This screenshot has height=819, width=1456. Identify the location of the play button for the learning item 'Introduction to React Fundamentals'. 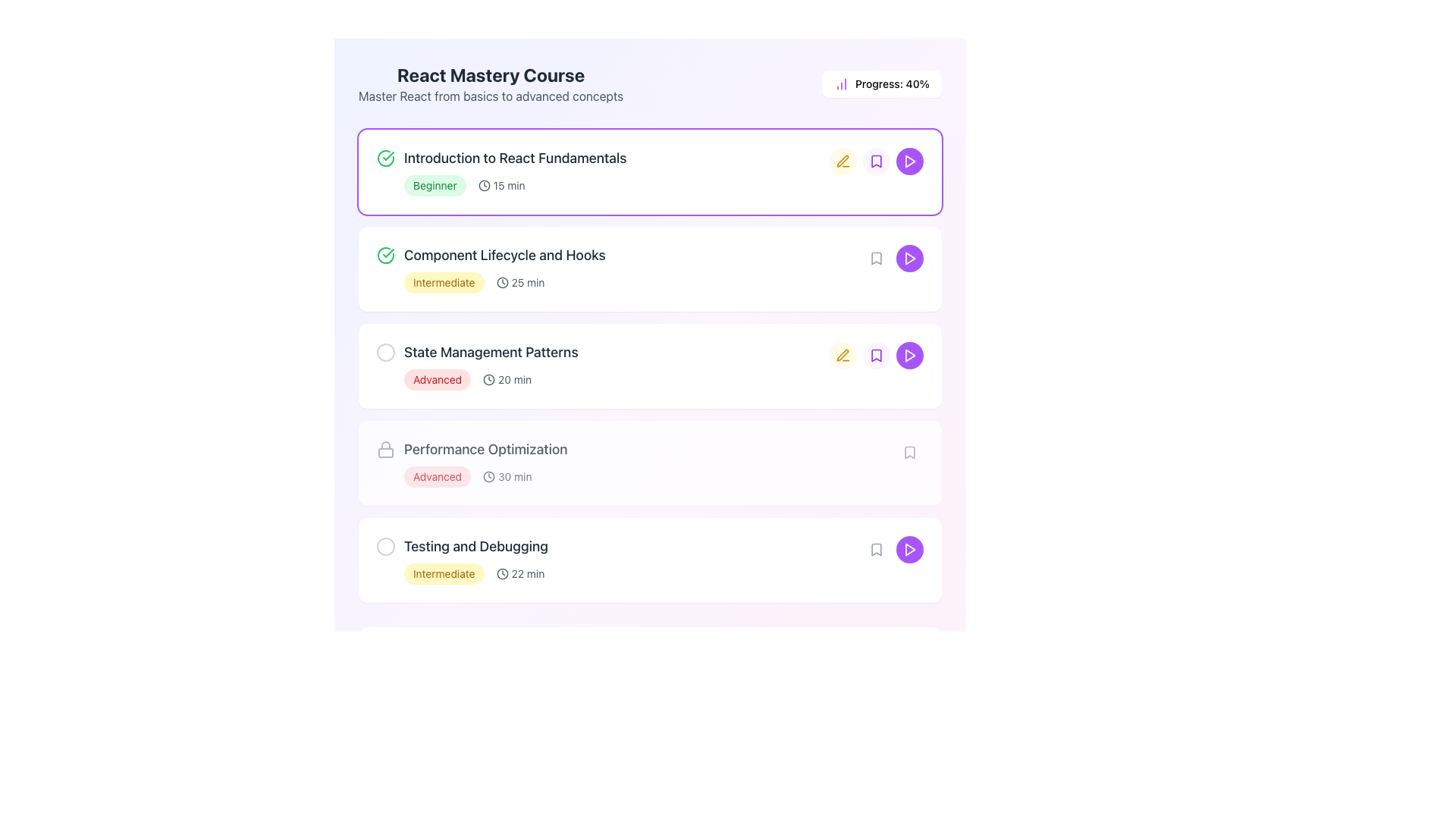
(910, 161).